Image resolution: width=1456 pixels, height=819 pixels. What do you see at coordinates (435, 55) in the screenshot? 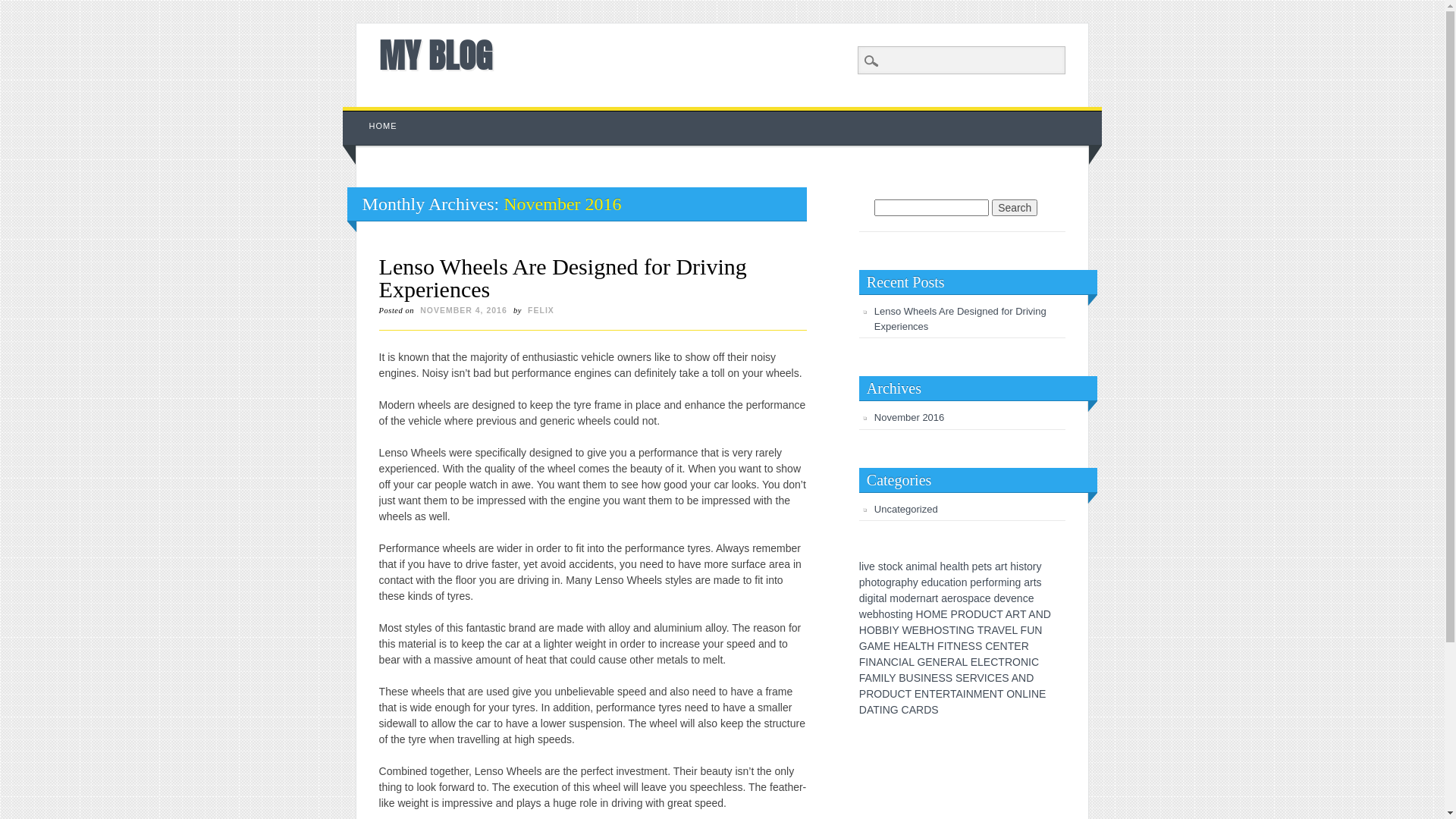
I see `'MY BLOG'` at bounding box center [435, 55].